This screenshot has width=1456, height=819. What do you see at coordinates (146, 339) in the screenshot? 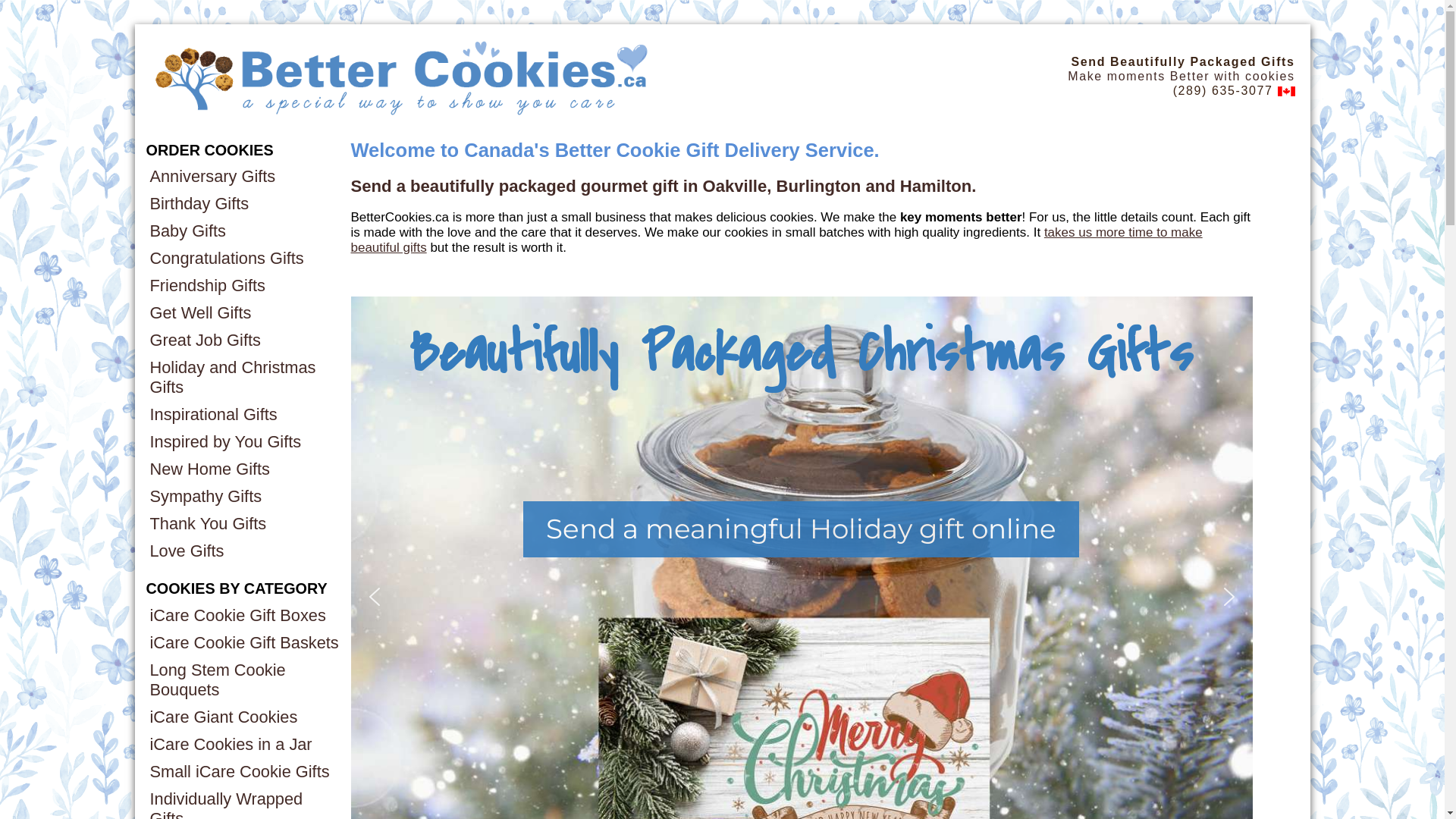
I see `'Great Job Gifts'` at bounding box center [146, 339].